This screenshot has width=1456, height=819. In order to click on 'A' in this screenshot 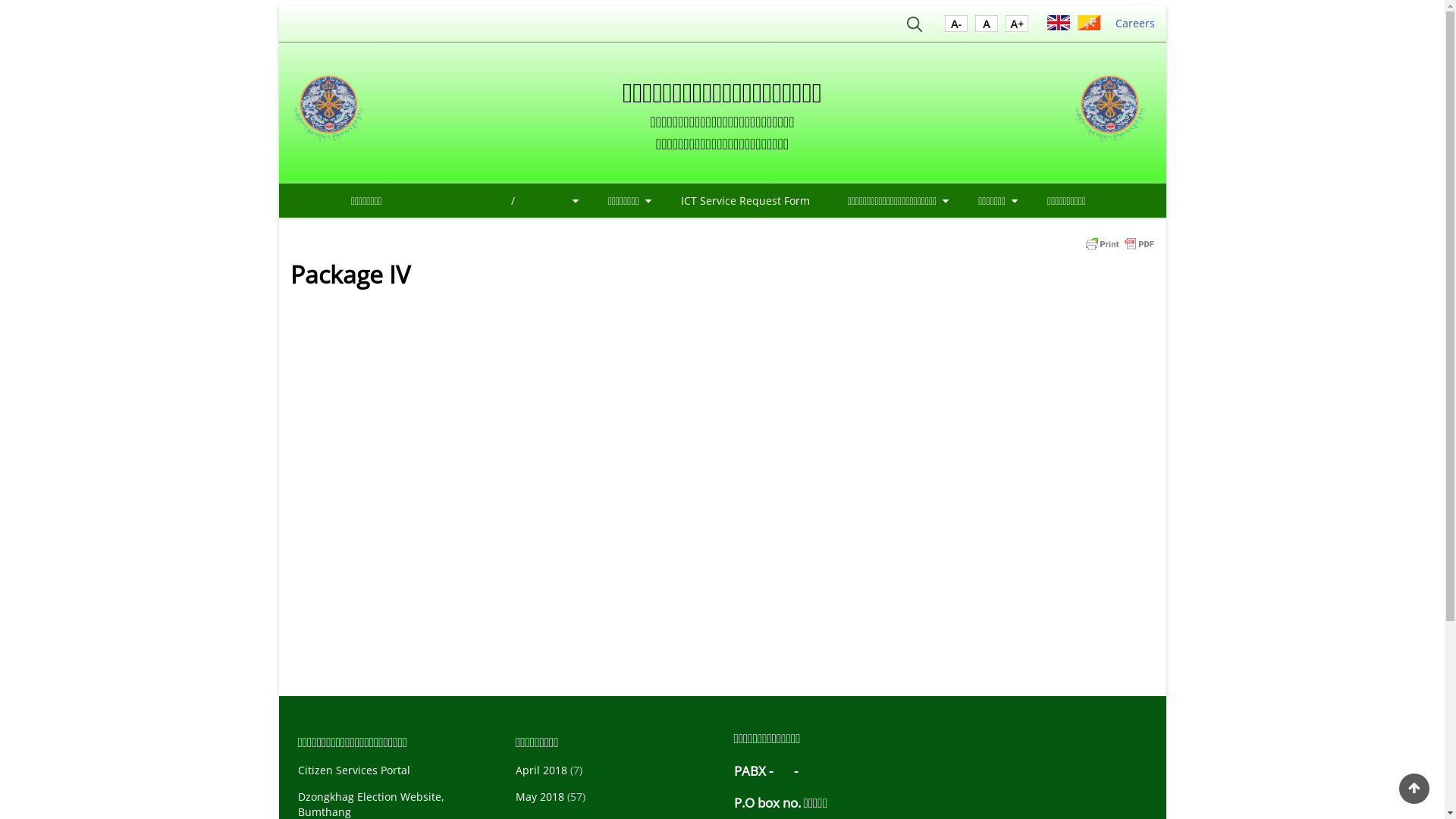, I will do `click(1016, 26)`.